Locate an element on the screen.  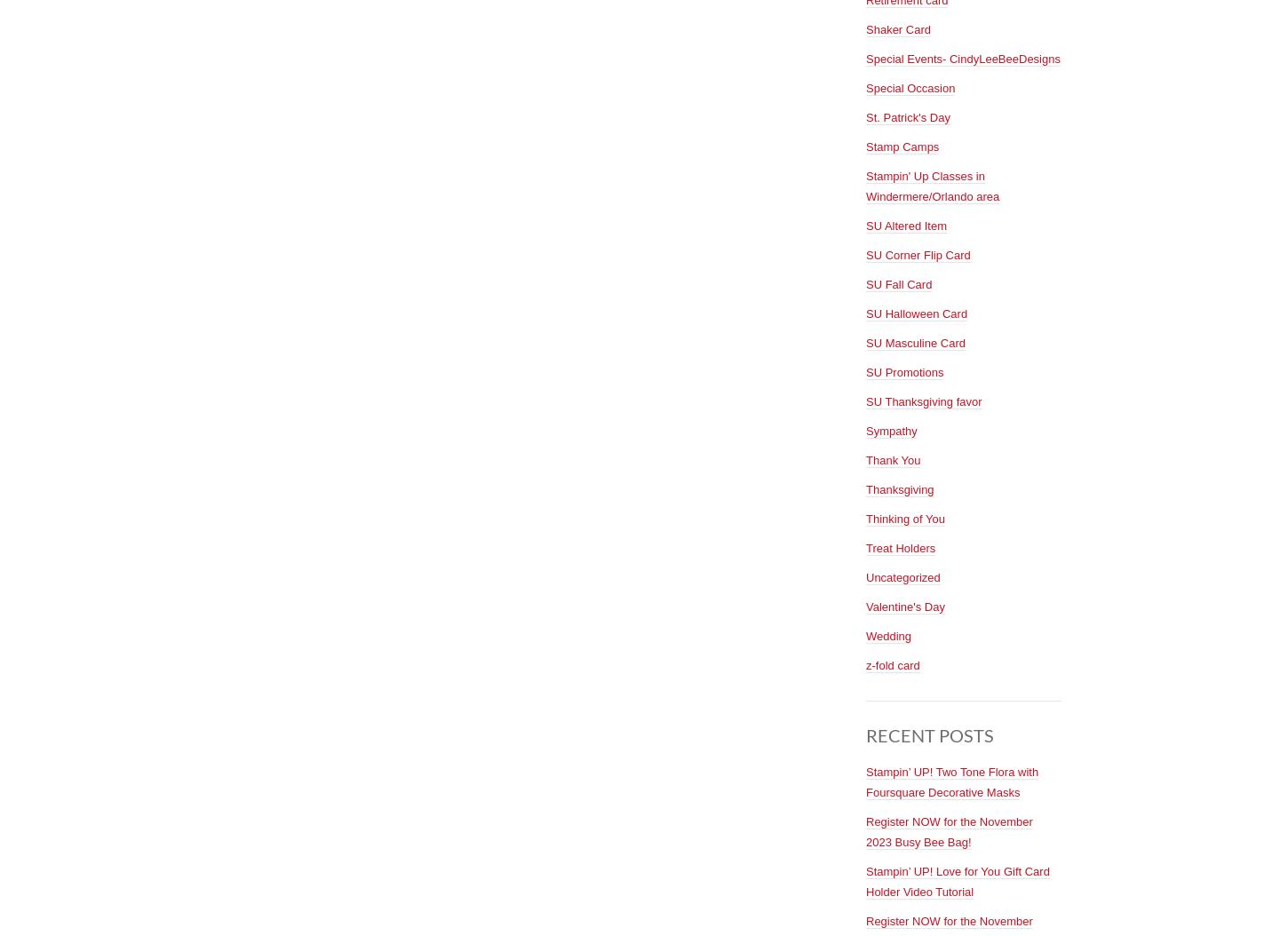
'Thinking of You' is located at coordinates (905, 517).